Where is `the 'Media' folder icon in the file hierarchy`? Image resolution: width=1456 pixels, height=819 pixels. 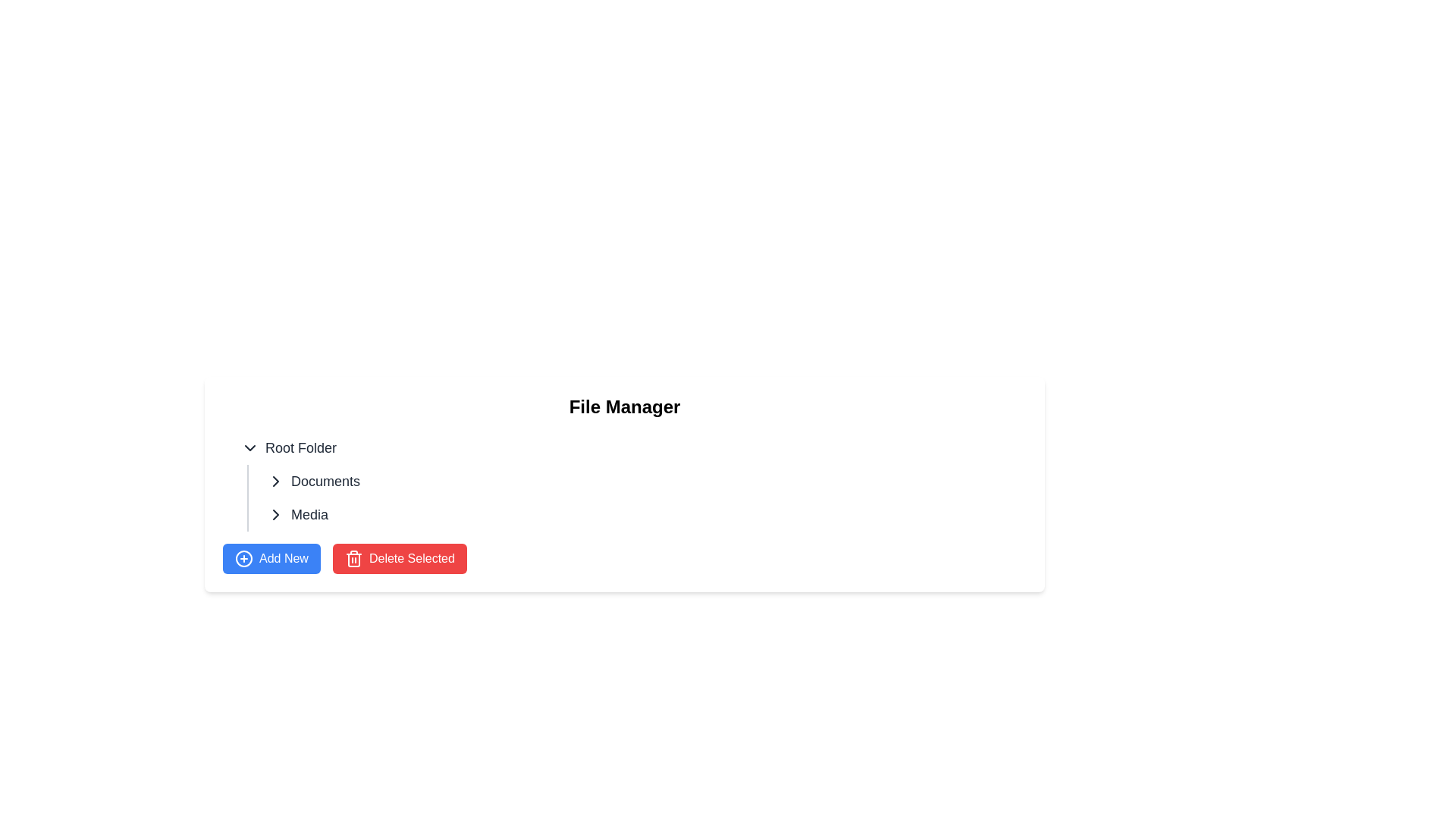
the 'Media' folder icon in the file hierarchy is located at coordinates (276, 513).